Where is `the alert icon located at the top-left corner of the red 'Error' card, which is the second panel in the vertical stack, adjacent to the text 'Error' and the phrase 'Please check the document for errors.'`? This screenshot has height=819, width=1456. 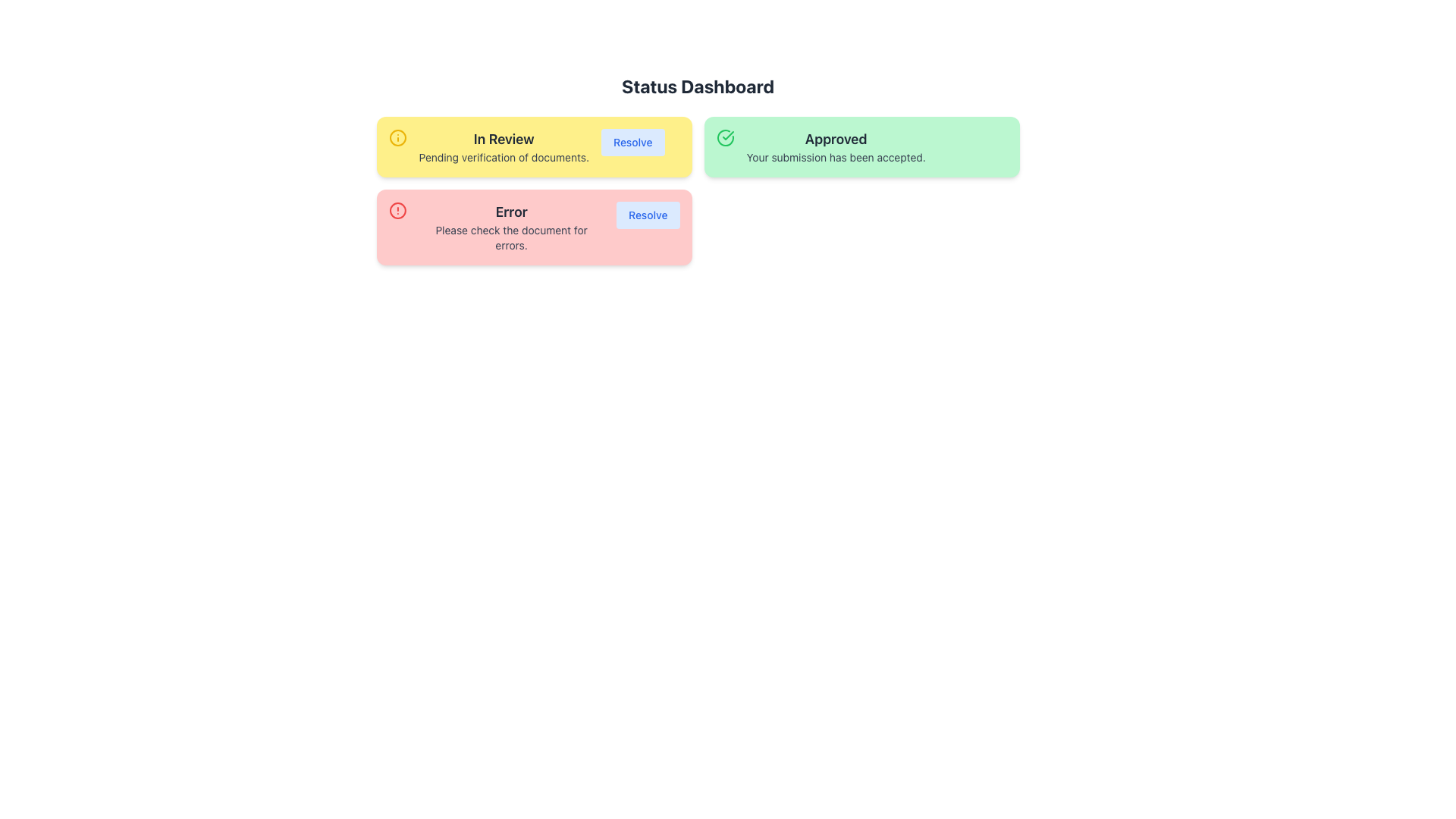 the alert icon located at the top-left corner of the red 'Error' card, which is the second panel in the vertical stack, adjacent to the text 'Error' and the phrase 'Please check the document for errors.' is located at coordinates (397, 210).